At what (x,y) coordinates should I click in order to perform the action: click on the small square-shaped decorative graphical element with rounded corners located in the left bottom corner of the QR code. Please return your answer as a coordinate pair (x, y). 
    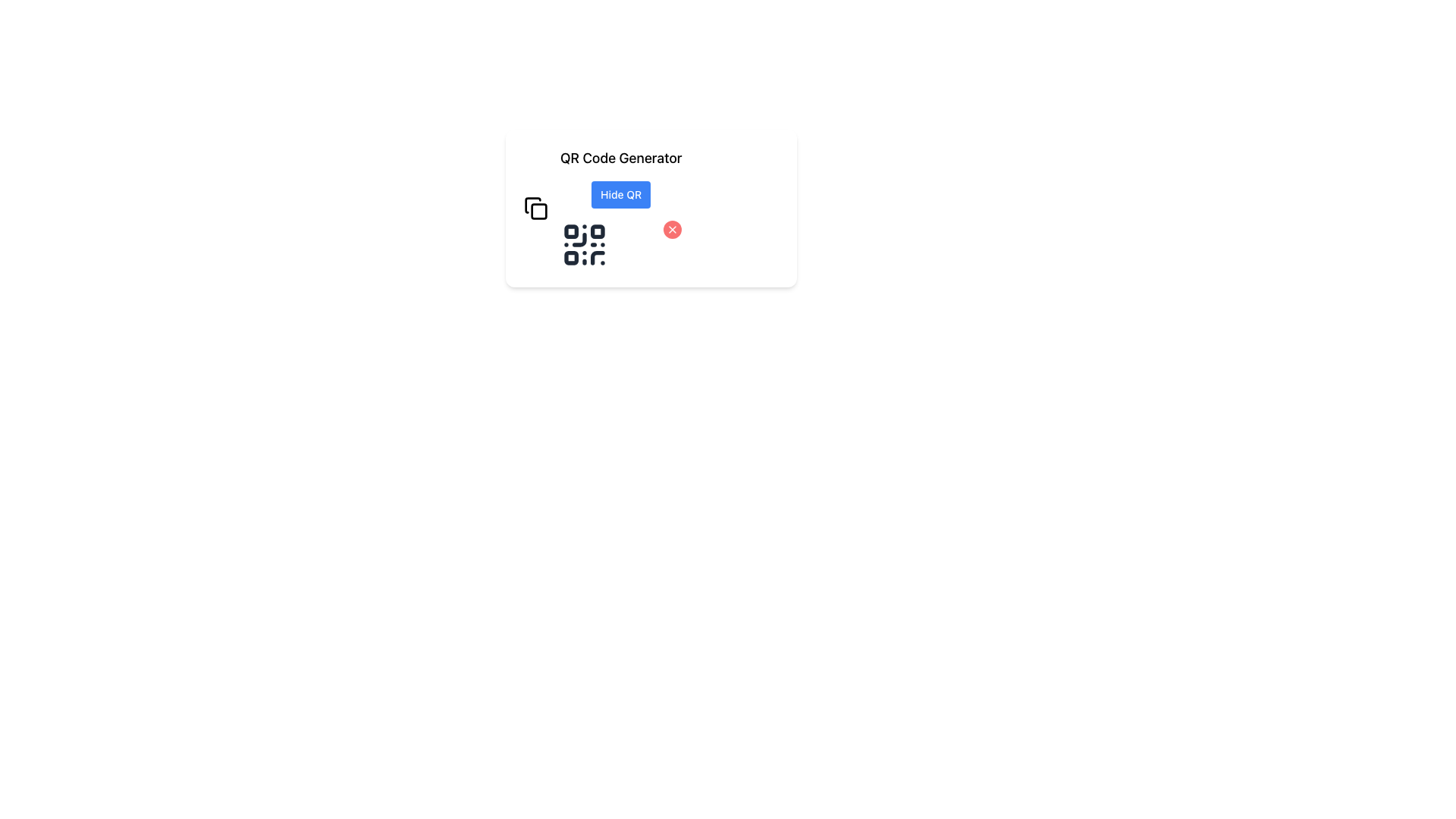
    Looking at the image, I should click on (570, 257).